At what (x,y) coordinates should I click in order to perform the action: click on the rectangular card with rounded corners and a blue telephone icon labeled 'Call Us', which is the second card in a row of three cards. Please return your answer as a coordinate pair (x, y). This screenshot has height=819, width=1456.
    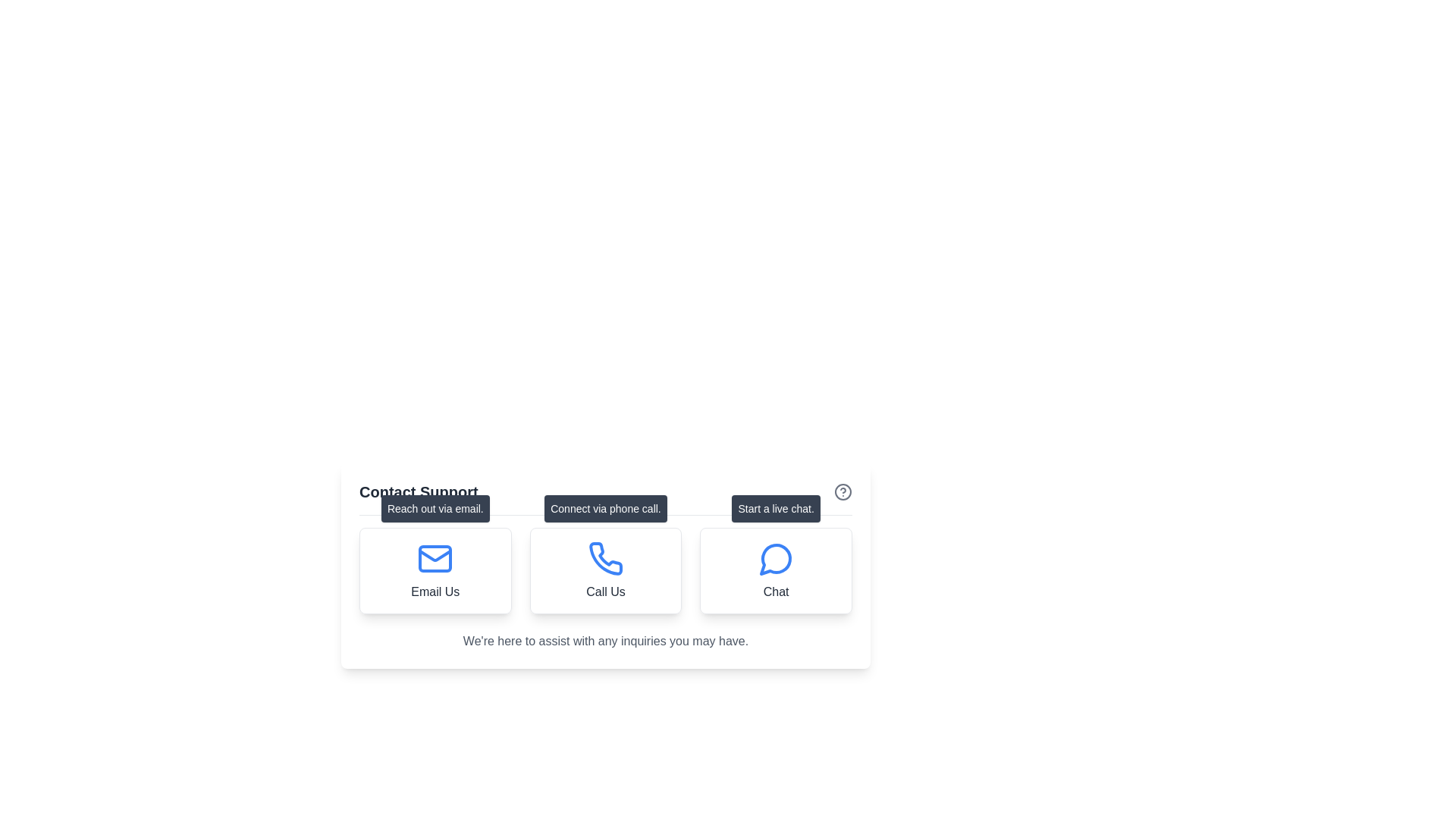
    Looking at the image, I should click on (604, 570).